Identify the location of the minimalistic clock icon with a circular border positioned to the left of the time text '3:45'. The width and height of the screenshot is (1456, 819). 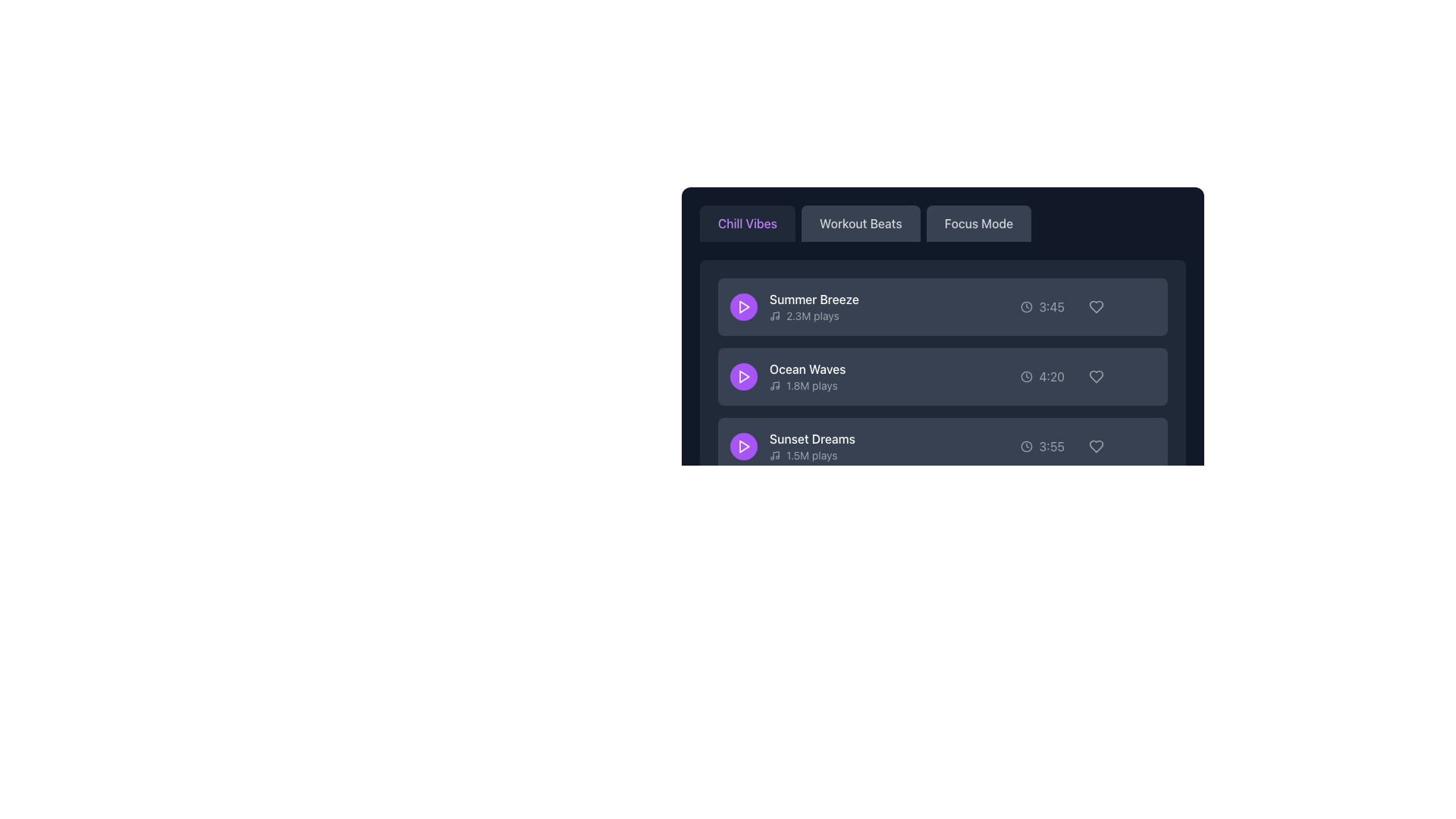
(1027, 307).